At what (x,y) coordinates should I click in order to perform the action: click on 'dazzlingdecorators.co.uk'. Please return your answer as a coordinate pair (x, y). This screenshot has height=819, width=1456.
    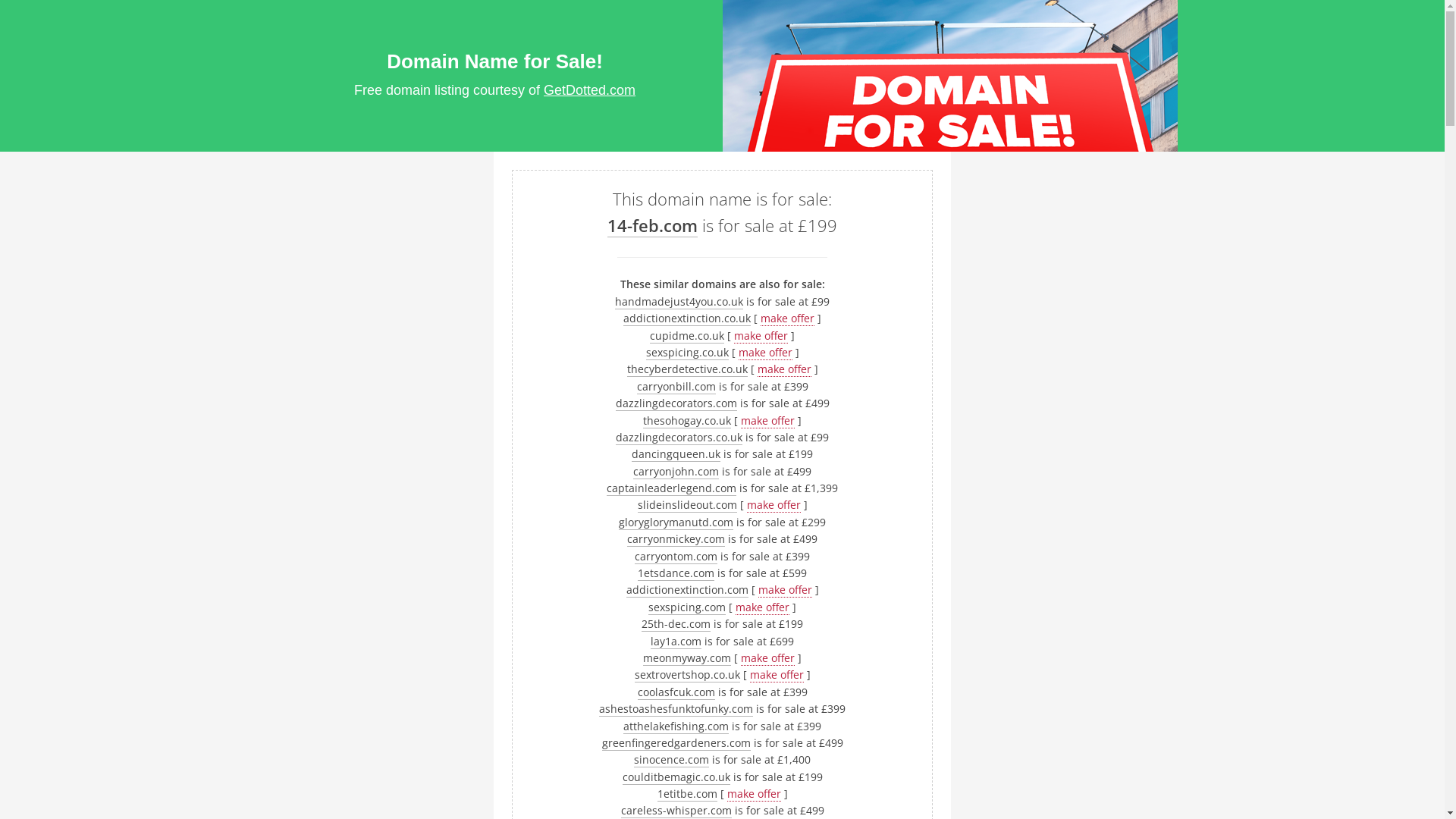
    Looking at the image, I should click on (678, 438).